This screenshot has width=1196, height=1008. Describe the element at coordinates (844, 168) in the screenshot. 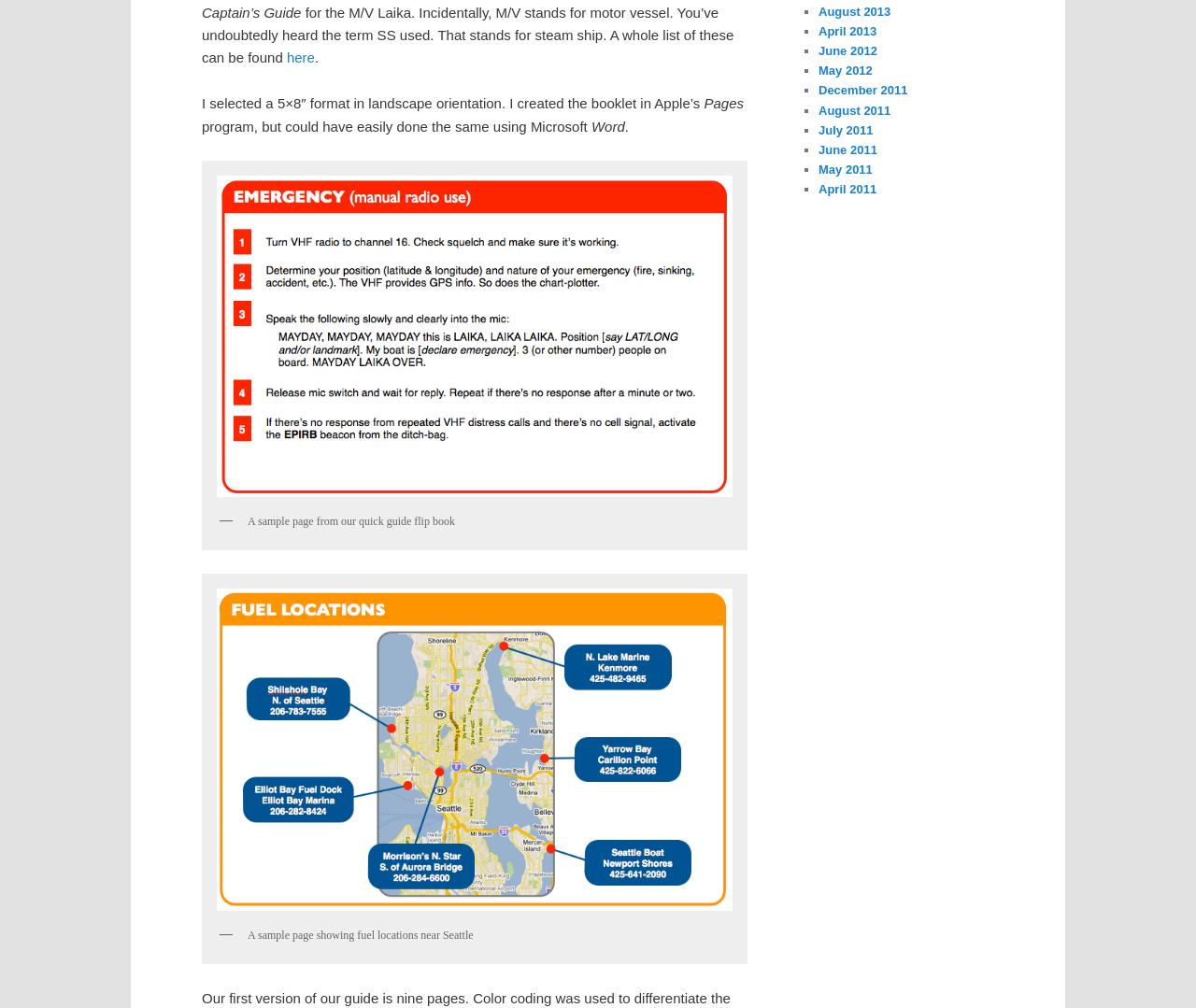

I see `'May 2011'` at that location.